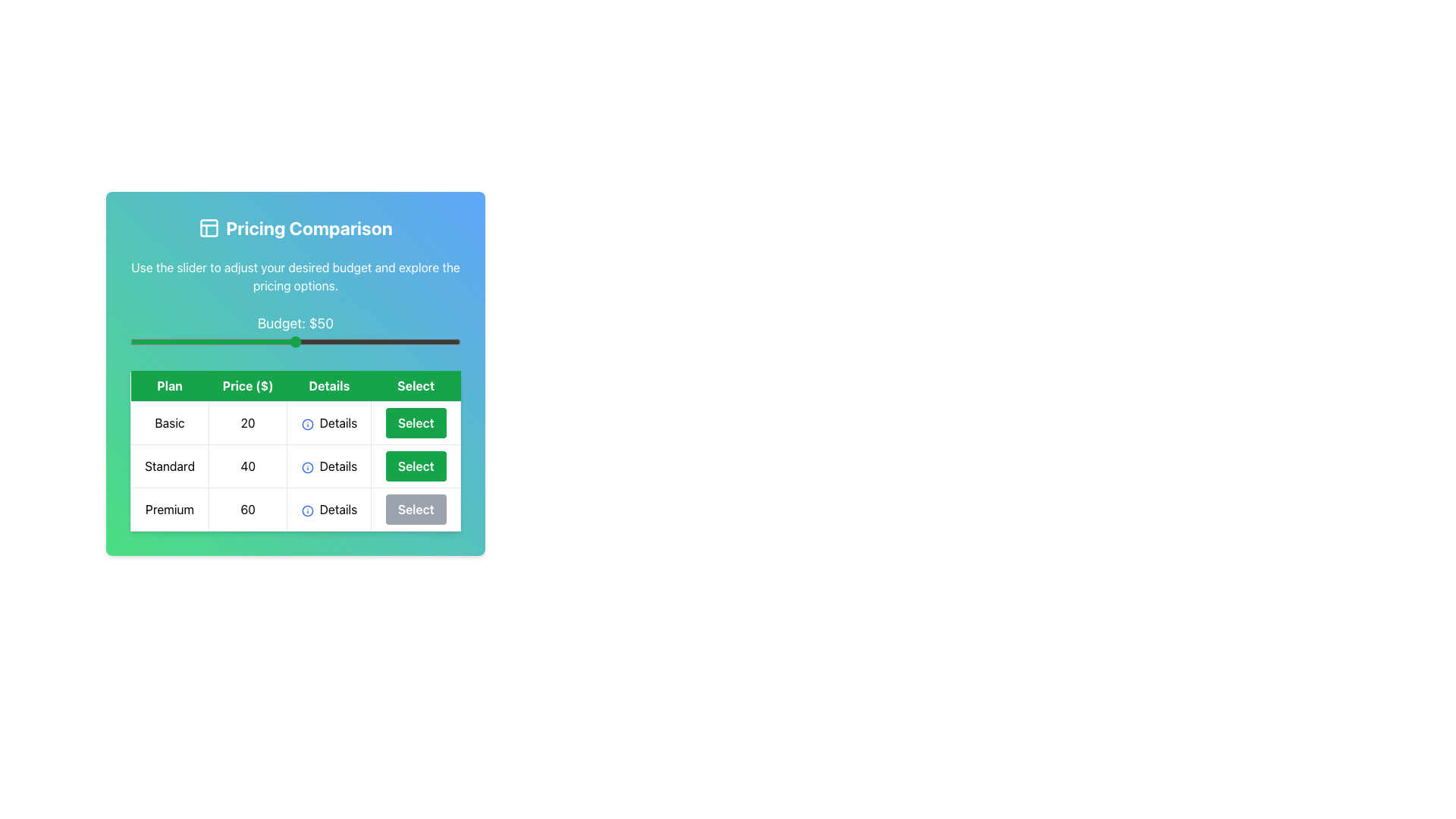  I want to click on the rightmost button in the first row of the pricing comparison table, so click(416, 423).